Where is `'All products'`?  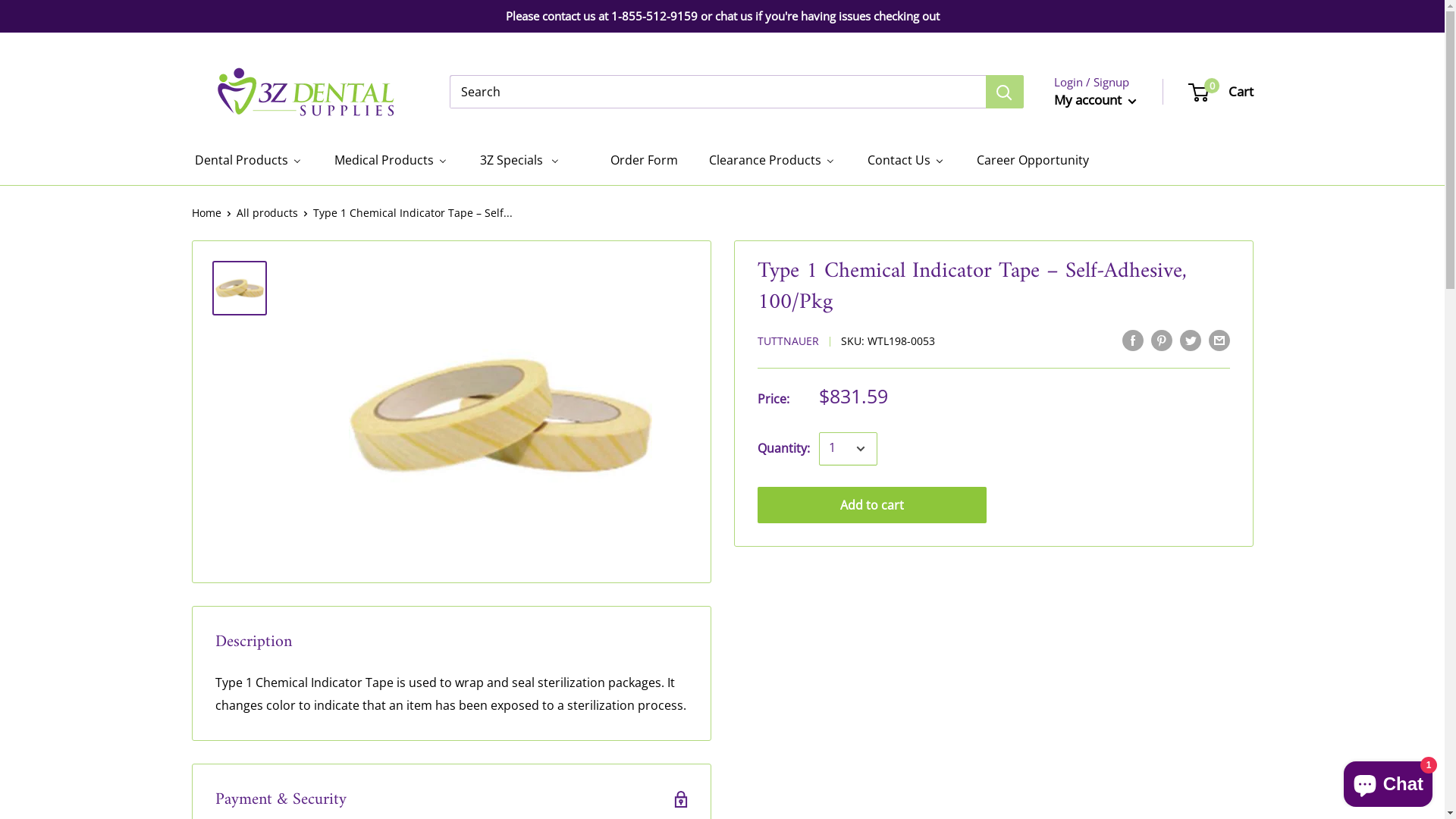 'All products' is located at coordinates (267, 212).